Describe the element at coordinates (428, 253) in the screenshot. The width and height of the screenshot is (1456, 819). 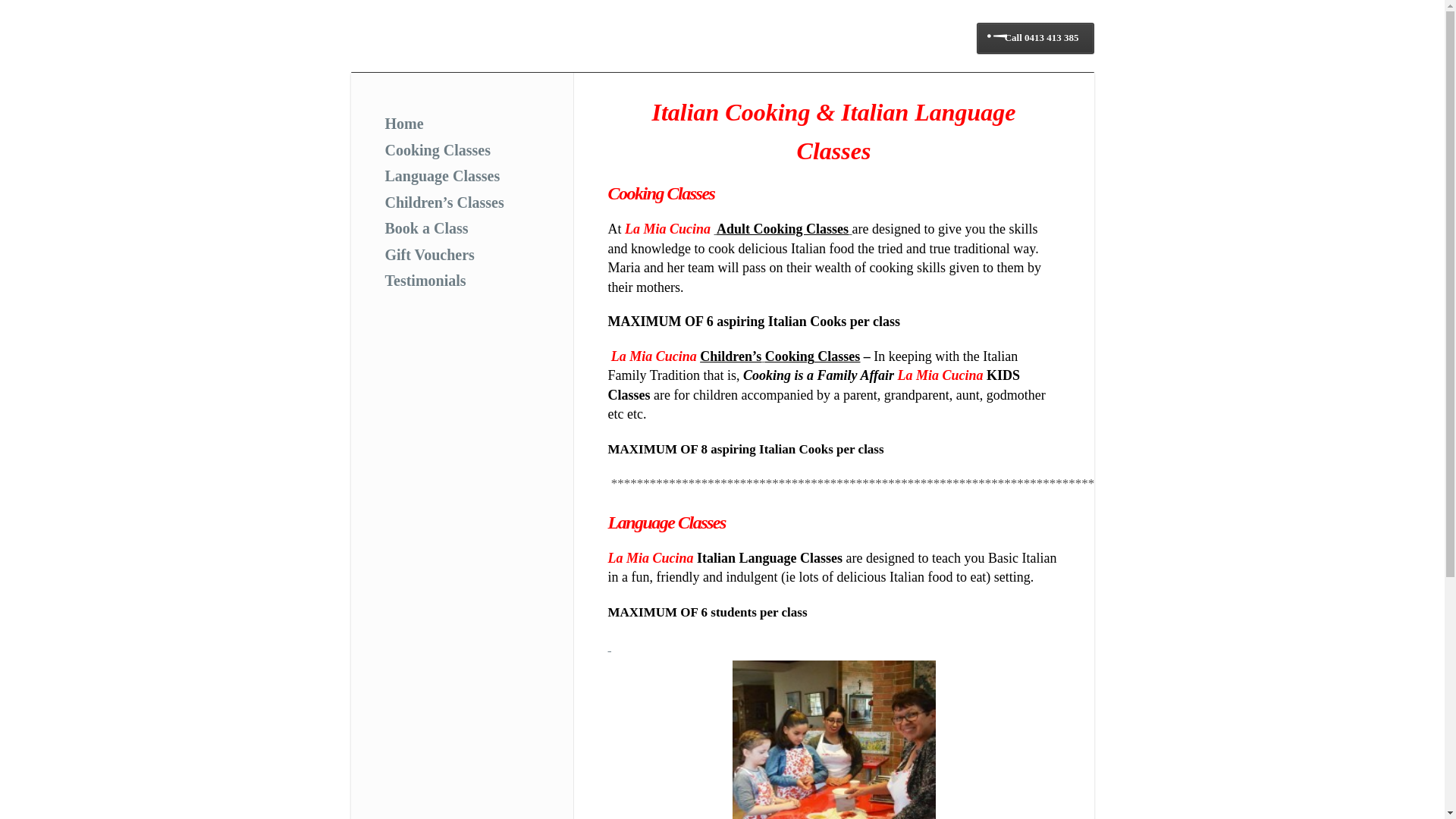
I see `'Gift Vouchers'` at that location.